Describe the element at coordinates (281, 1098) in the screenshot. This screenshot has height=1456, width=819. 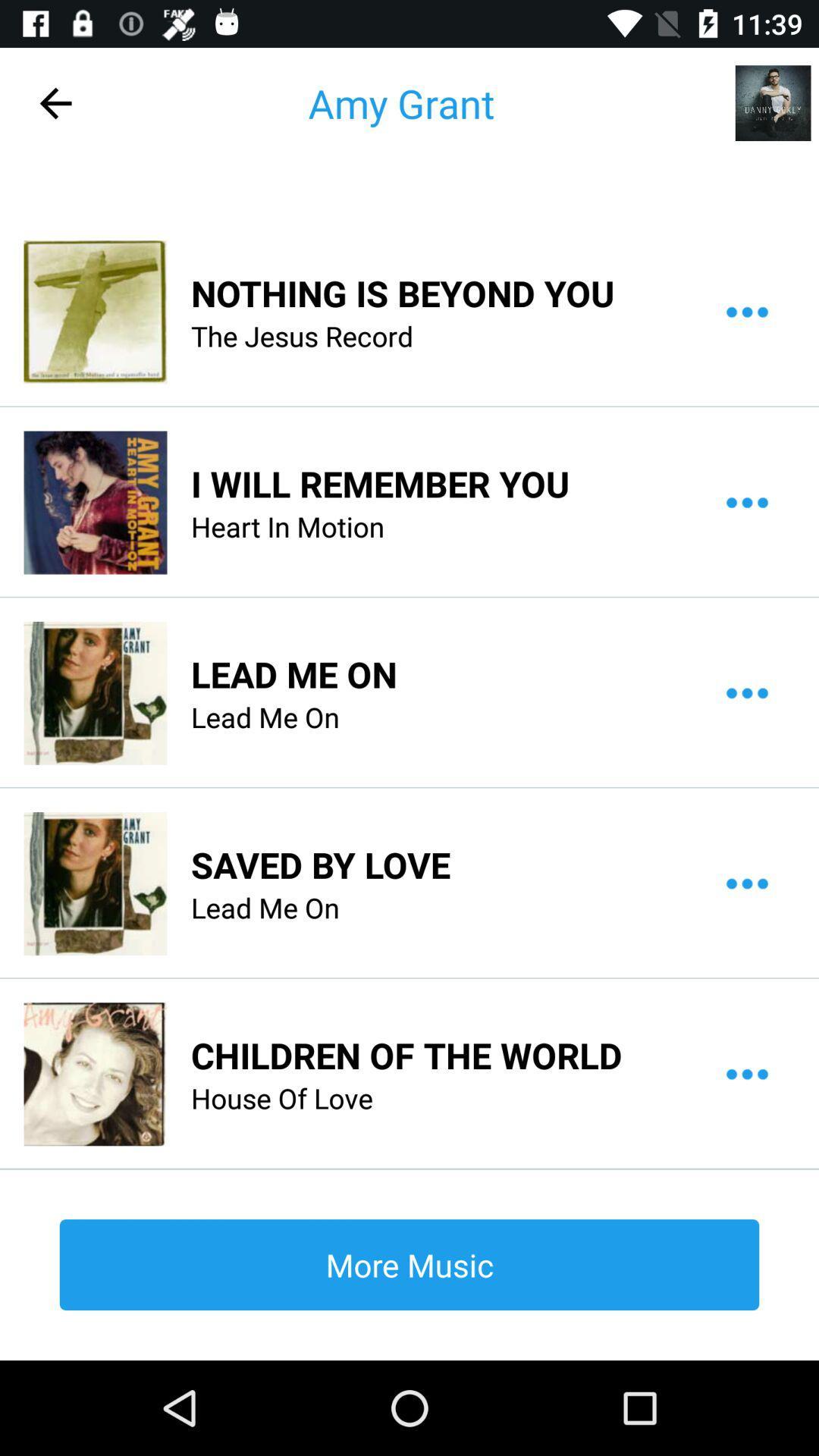
I see `the house of love` at that location.